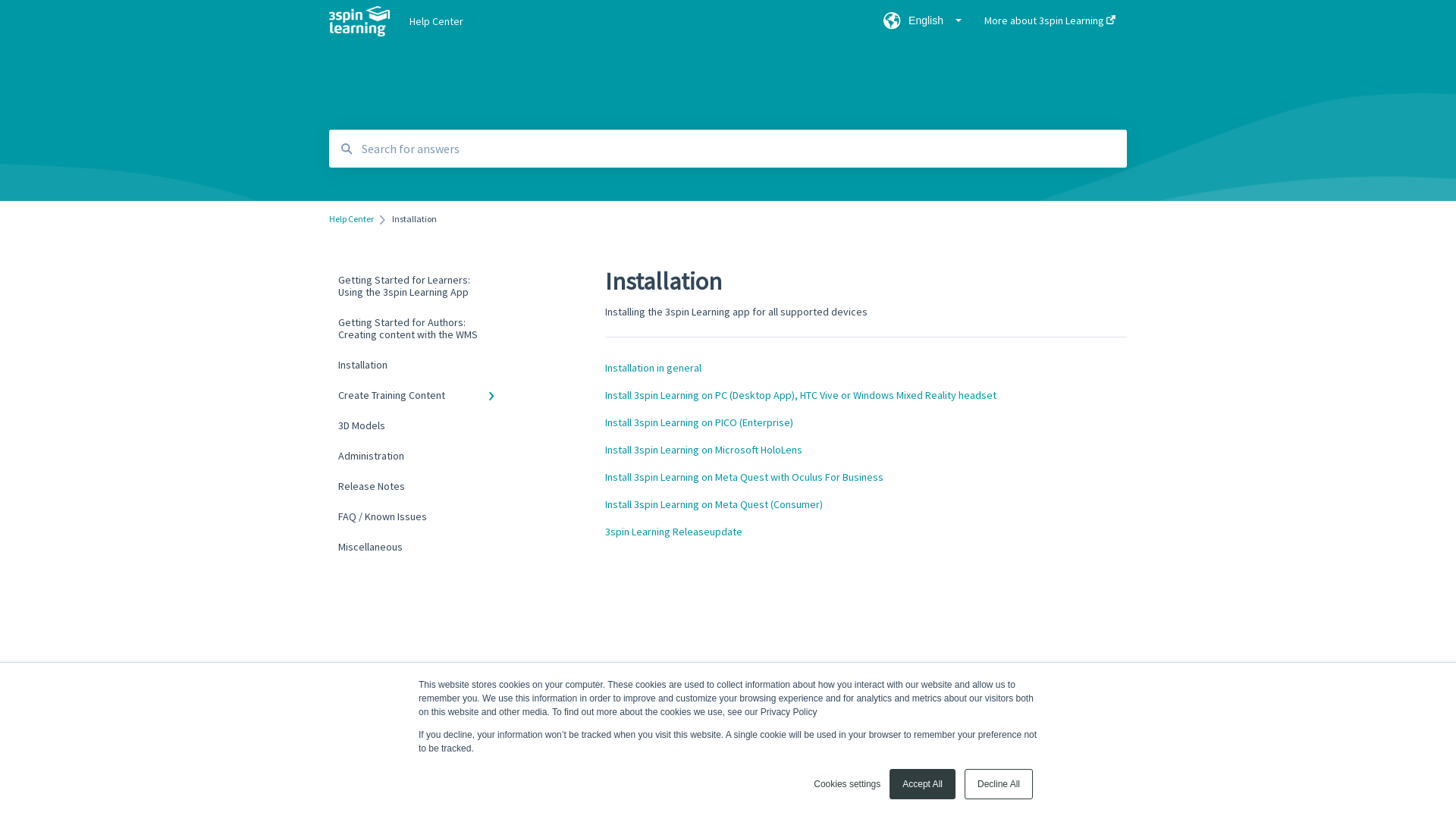 The height and width of the screenshot is (819, 1456). Describe the element at coordinates (419, 485) in the screenshot. I see `'Release Notes'` at that location.